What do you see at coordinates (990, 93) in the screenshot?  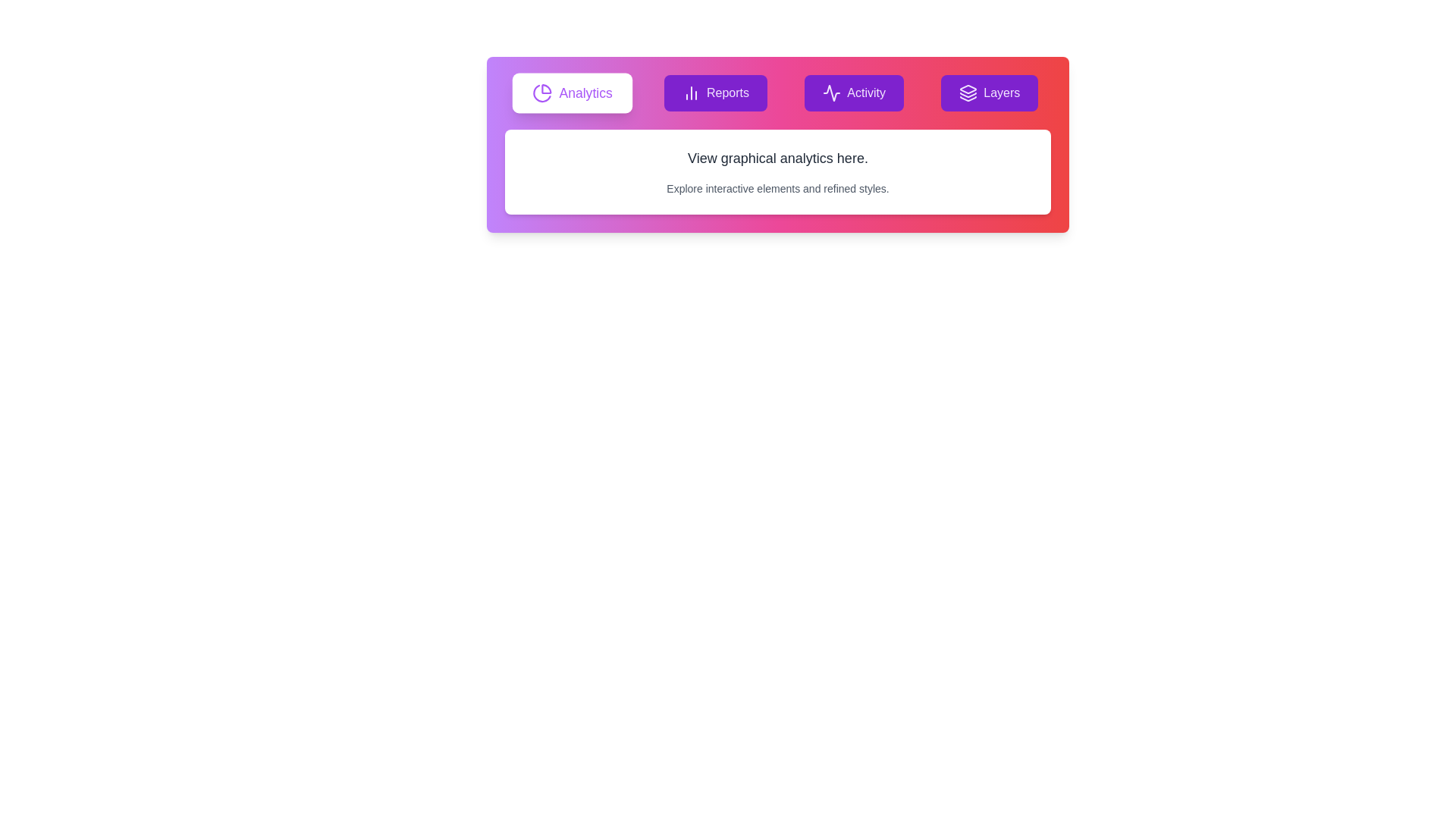 I see `the tab labeled Layers` at bounding box center [990, 93].